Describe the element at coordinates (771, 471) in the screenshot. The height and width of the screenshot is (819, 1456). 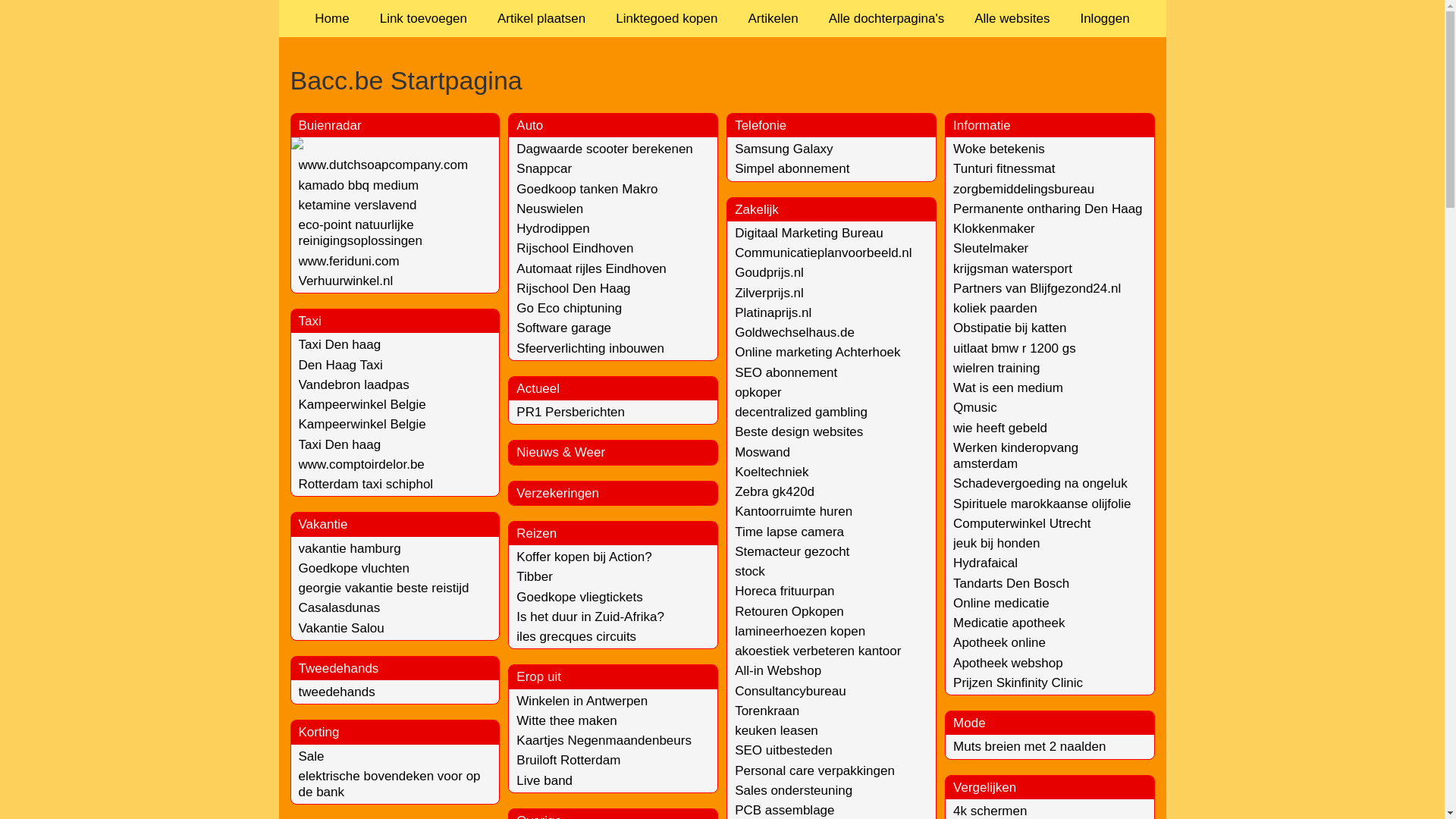
I see `'Koeltechniek'` at that location.